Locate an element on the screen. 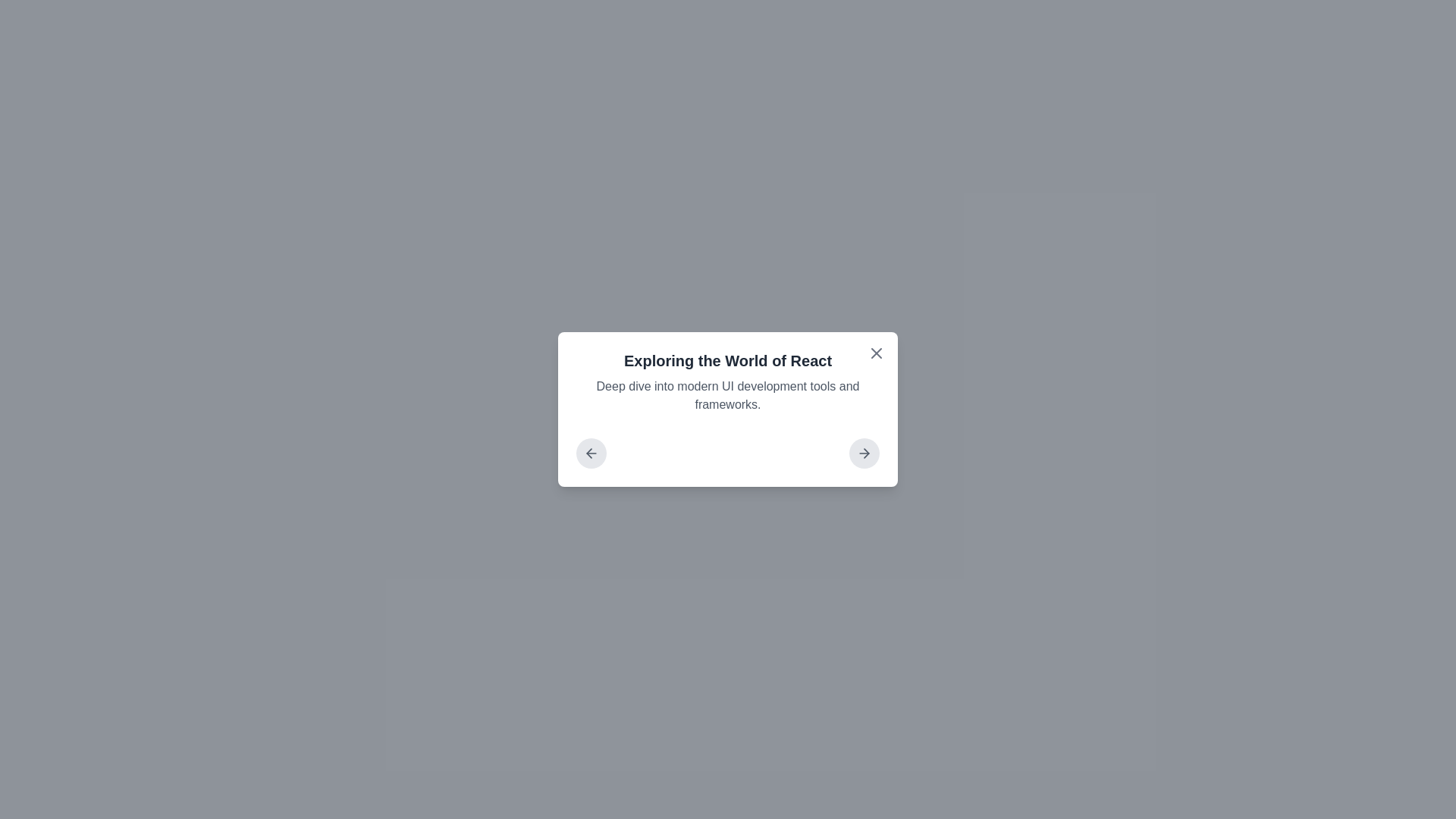  properties of the small arrow icon within the circular button located at the bottom-right corner of the card interface is located at coordinates (866, 452).